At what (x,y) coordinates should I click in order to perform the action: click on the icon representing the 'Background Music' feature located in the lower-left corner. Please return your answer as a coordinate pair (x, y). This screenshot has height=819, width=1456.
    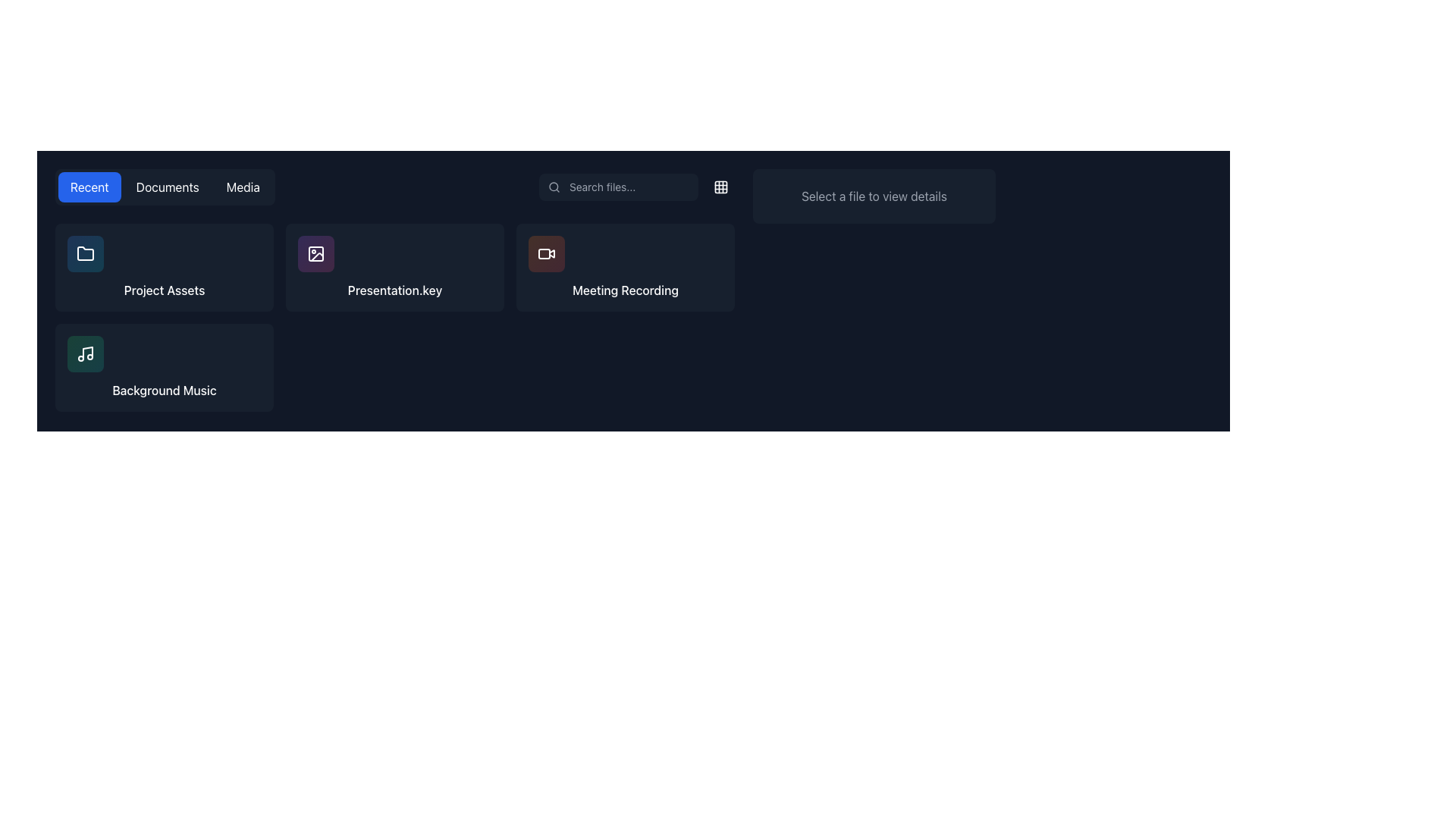
    Looking at the image, I should click on (85, 353).